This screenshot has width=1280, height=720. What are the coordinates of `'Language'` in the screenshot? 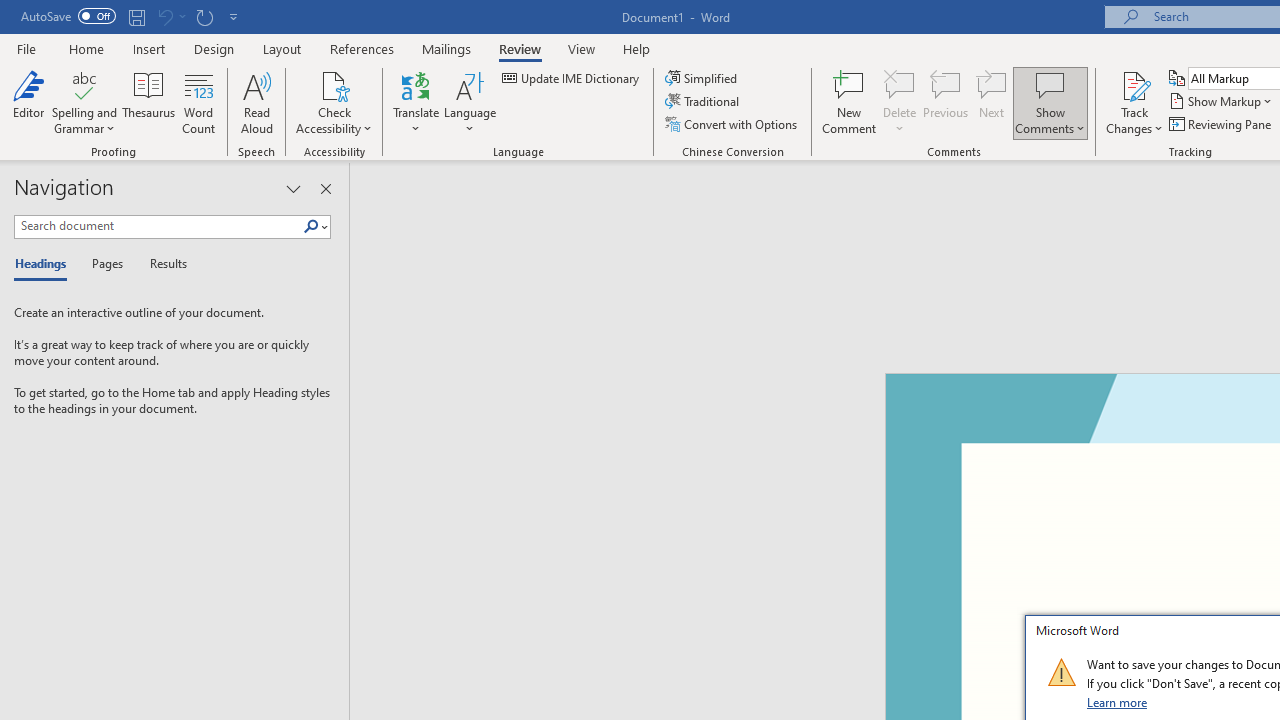 It's located at (469, 103).